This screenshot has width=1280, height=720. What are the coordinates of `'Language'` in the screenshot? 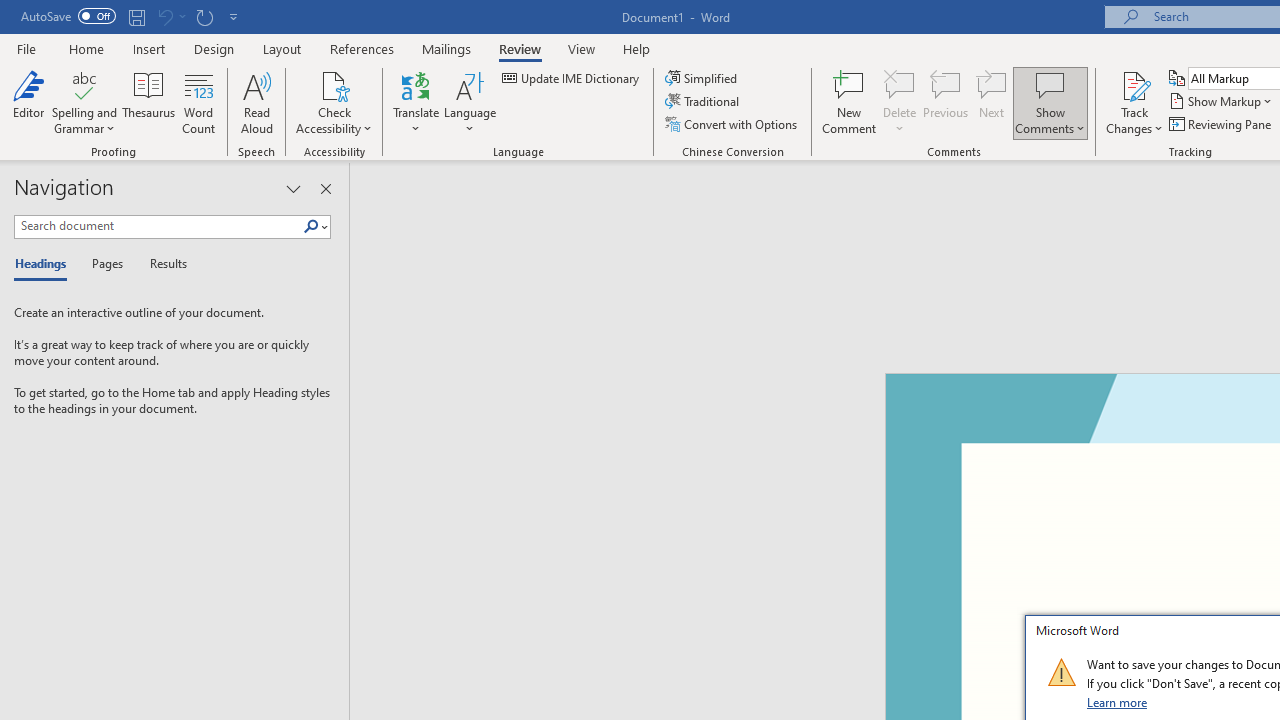 It's located at (469, 103).